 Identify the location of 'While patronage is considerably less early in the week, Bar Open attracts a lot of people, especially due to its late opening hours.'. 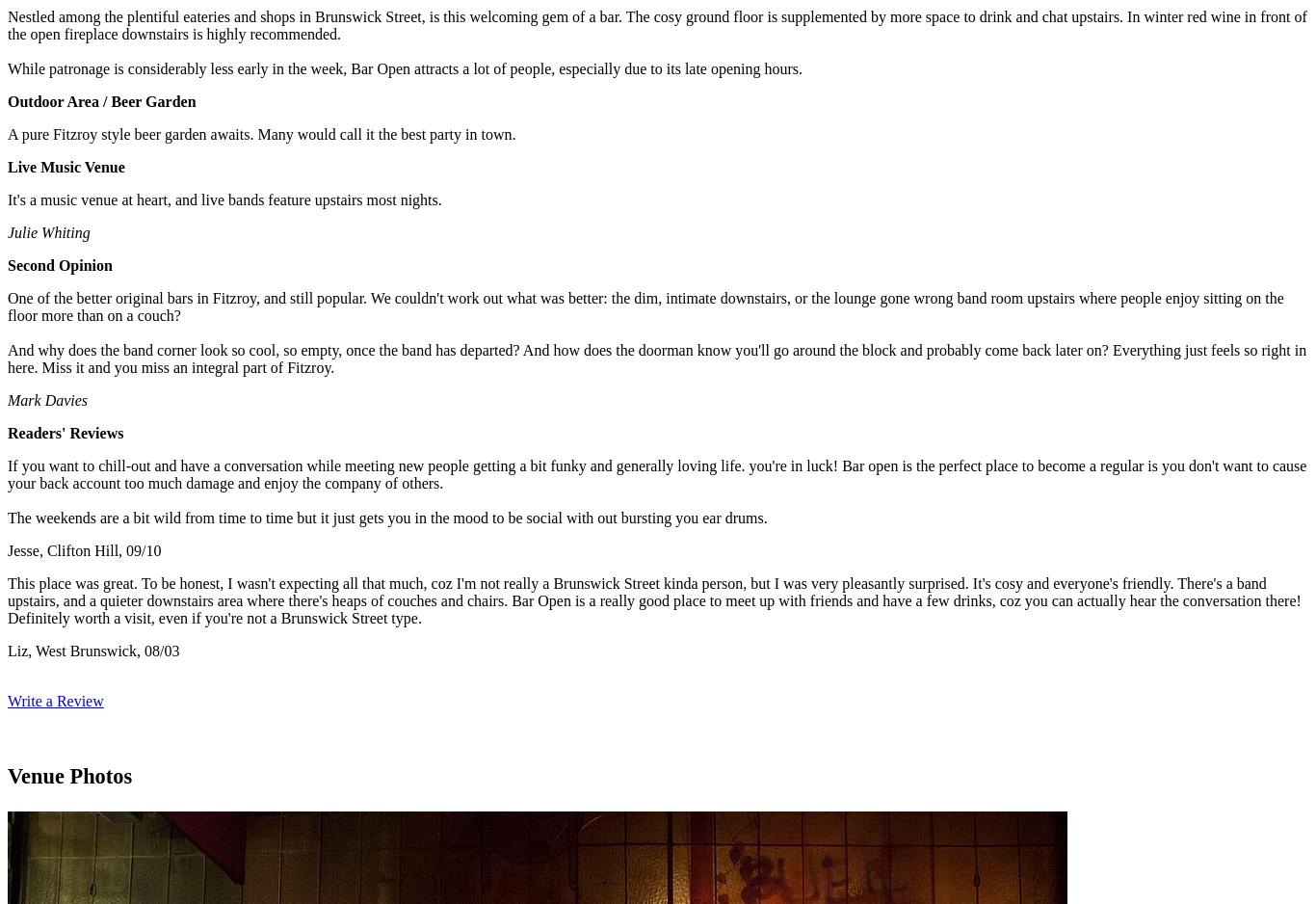
(8, 67).